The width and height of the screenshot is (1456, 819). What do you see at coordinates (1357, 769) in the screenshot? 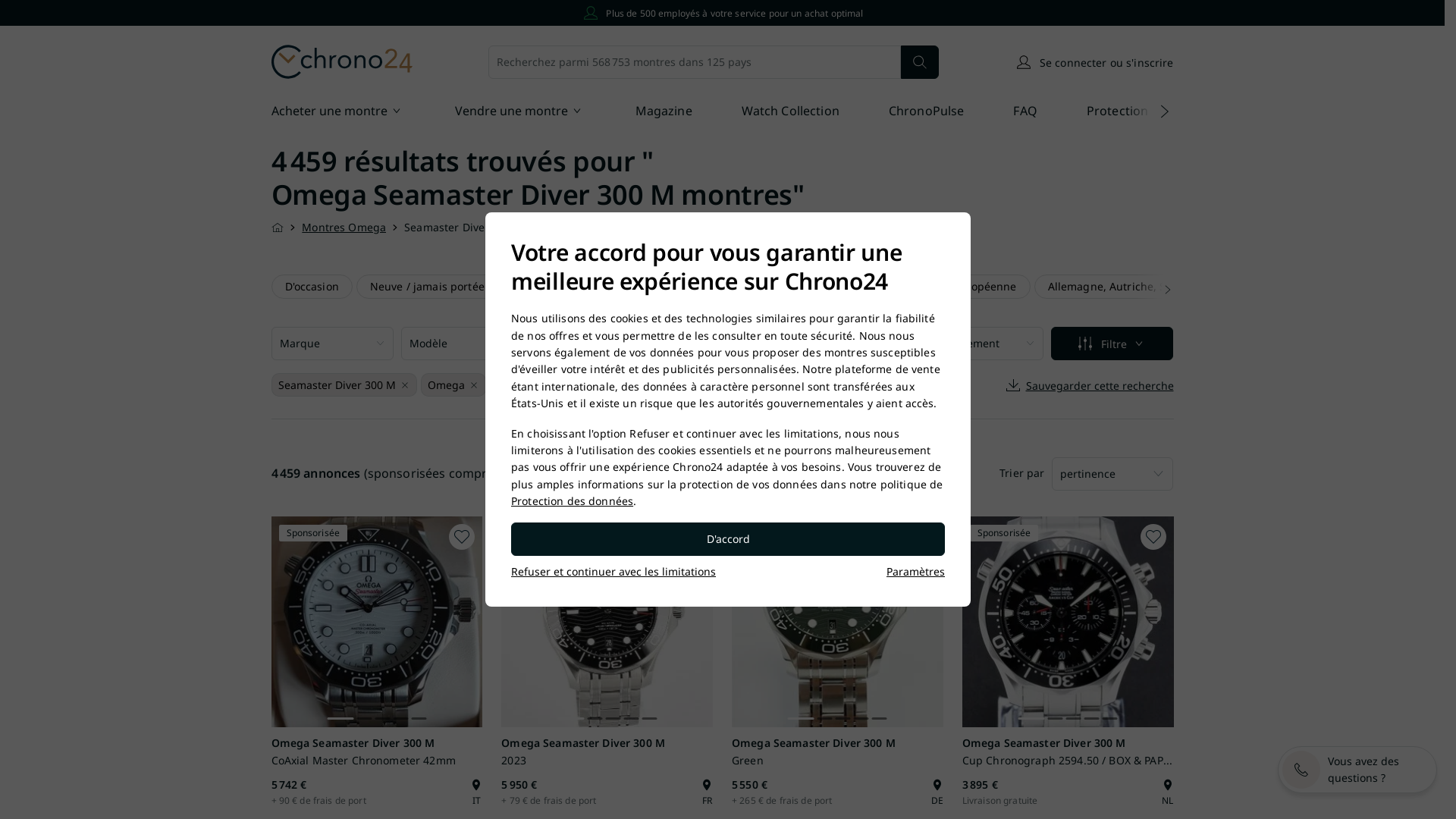
I see `'Vous avez des questions ?'` at bounding box center [1357, 769].